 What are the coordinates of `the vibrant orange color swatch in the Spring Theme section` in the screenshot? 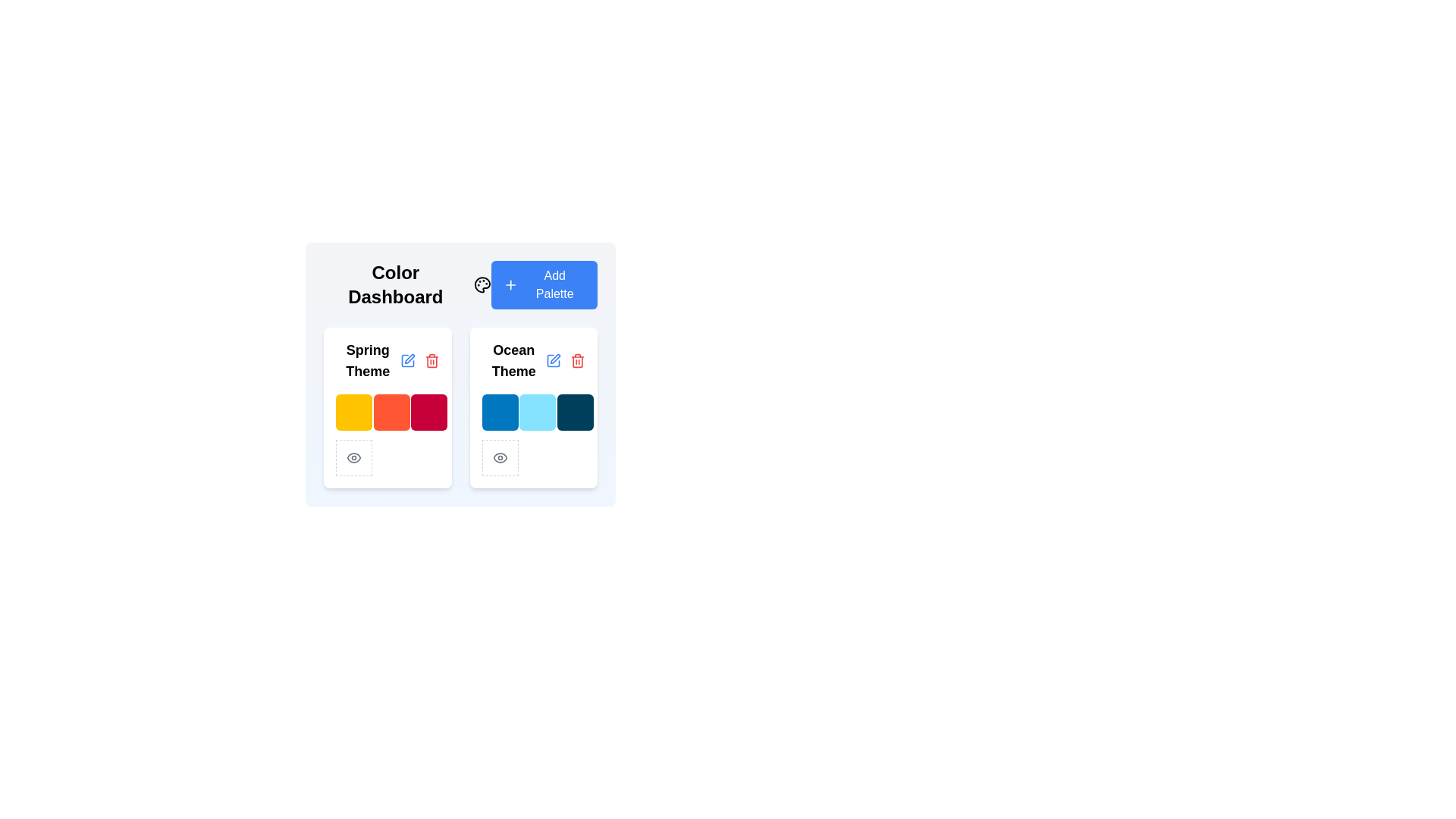 It's located at (391, 412).